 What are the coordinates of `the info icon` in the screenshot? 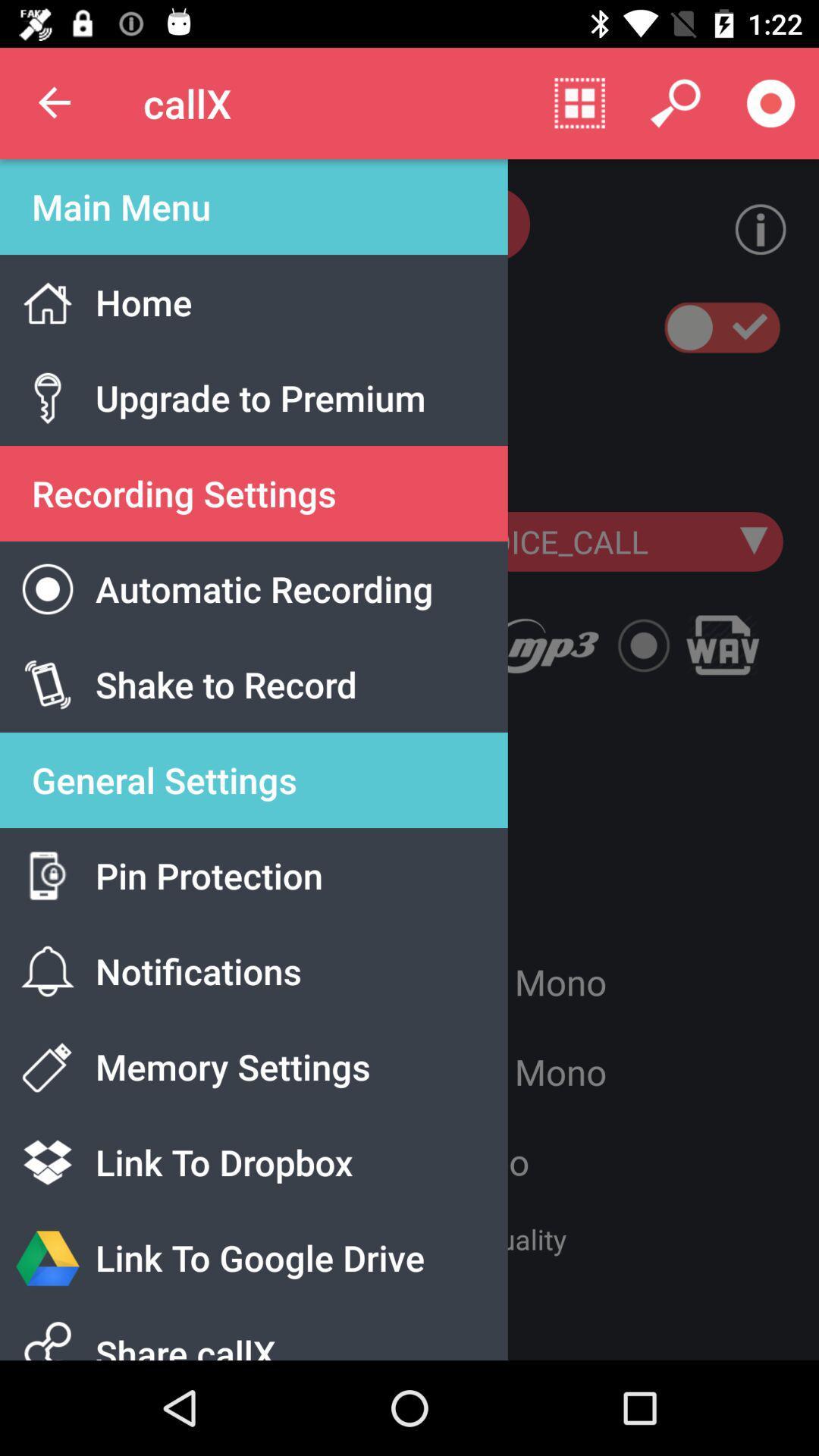 It's located at (770, 206).